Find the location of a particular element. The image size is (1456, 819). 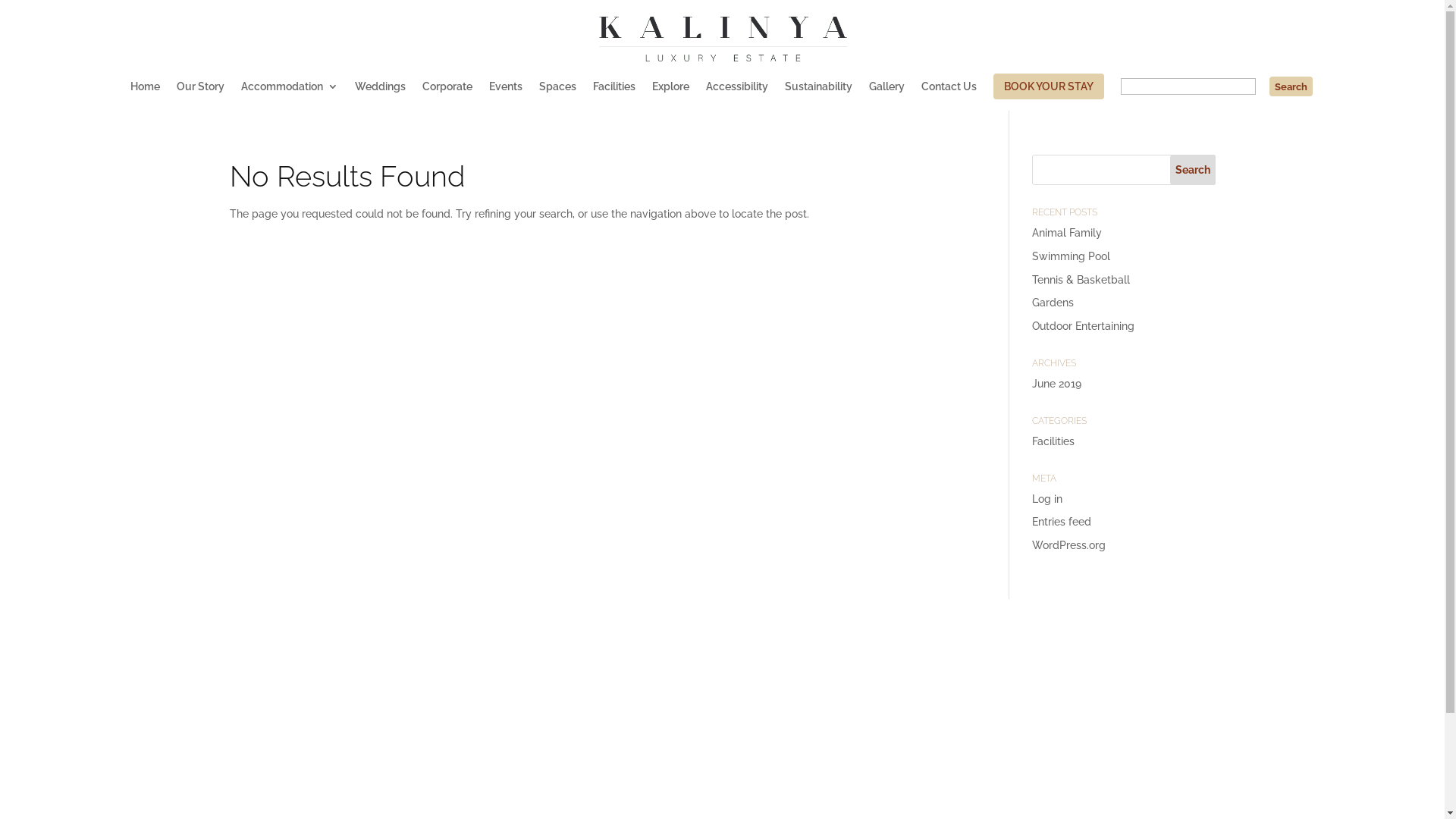

'WordPress.org' is located at coordinates (1068, 544).